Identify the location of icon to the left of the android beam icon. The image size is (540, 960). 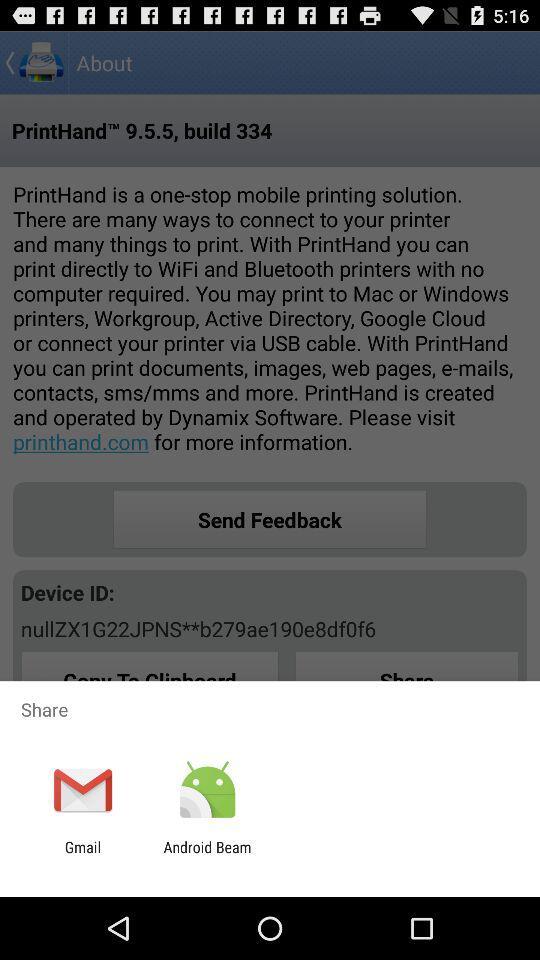
(82, 855).